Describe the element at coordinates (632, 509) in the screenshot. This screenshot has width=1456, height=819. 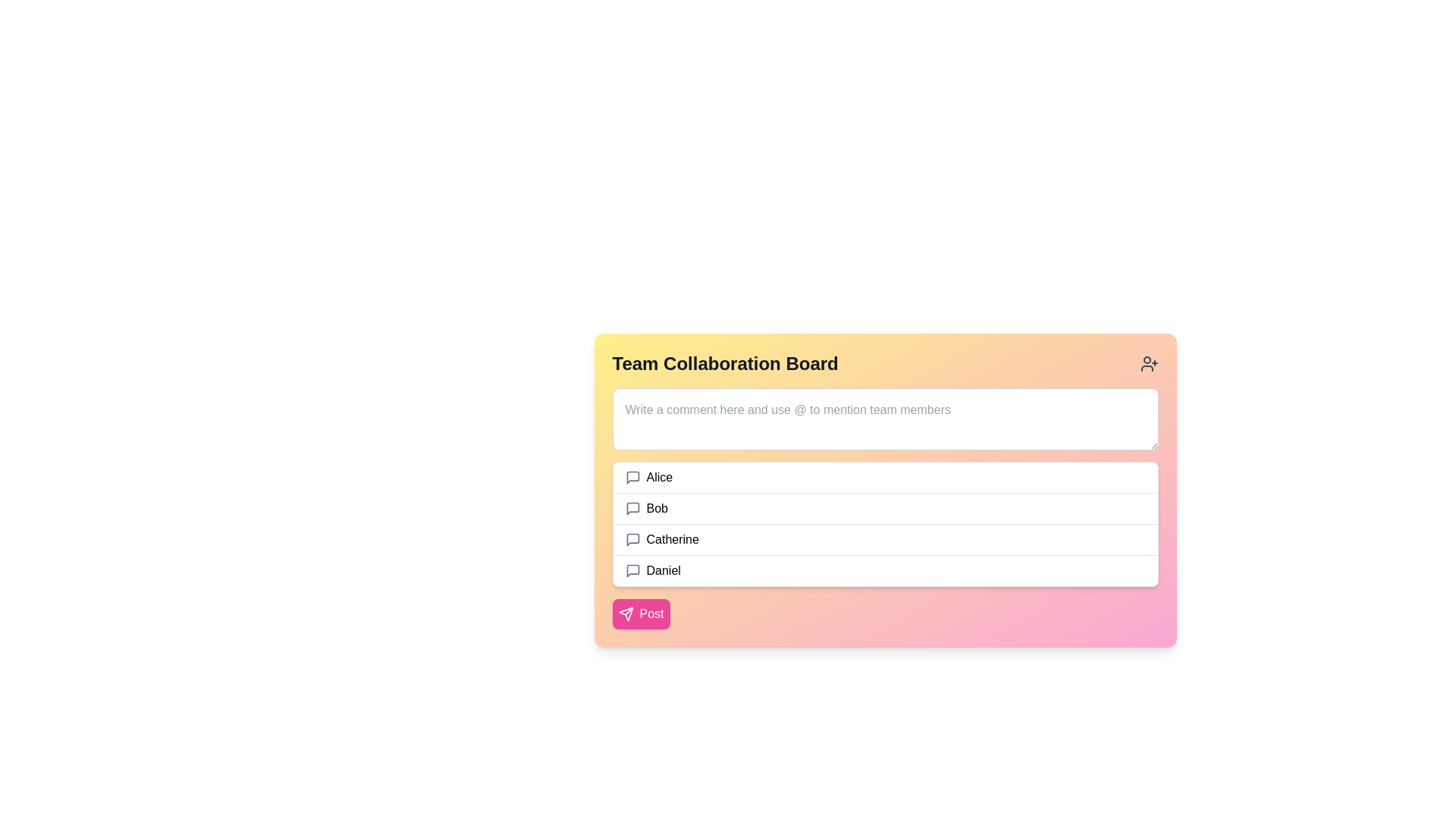
I see `the chat bubble icon next to the name 'Bob' in the 'Team Collaboration Board' section` at that location.